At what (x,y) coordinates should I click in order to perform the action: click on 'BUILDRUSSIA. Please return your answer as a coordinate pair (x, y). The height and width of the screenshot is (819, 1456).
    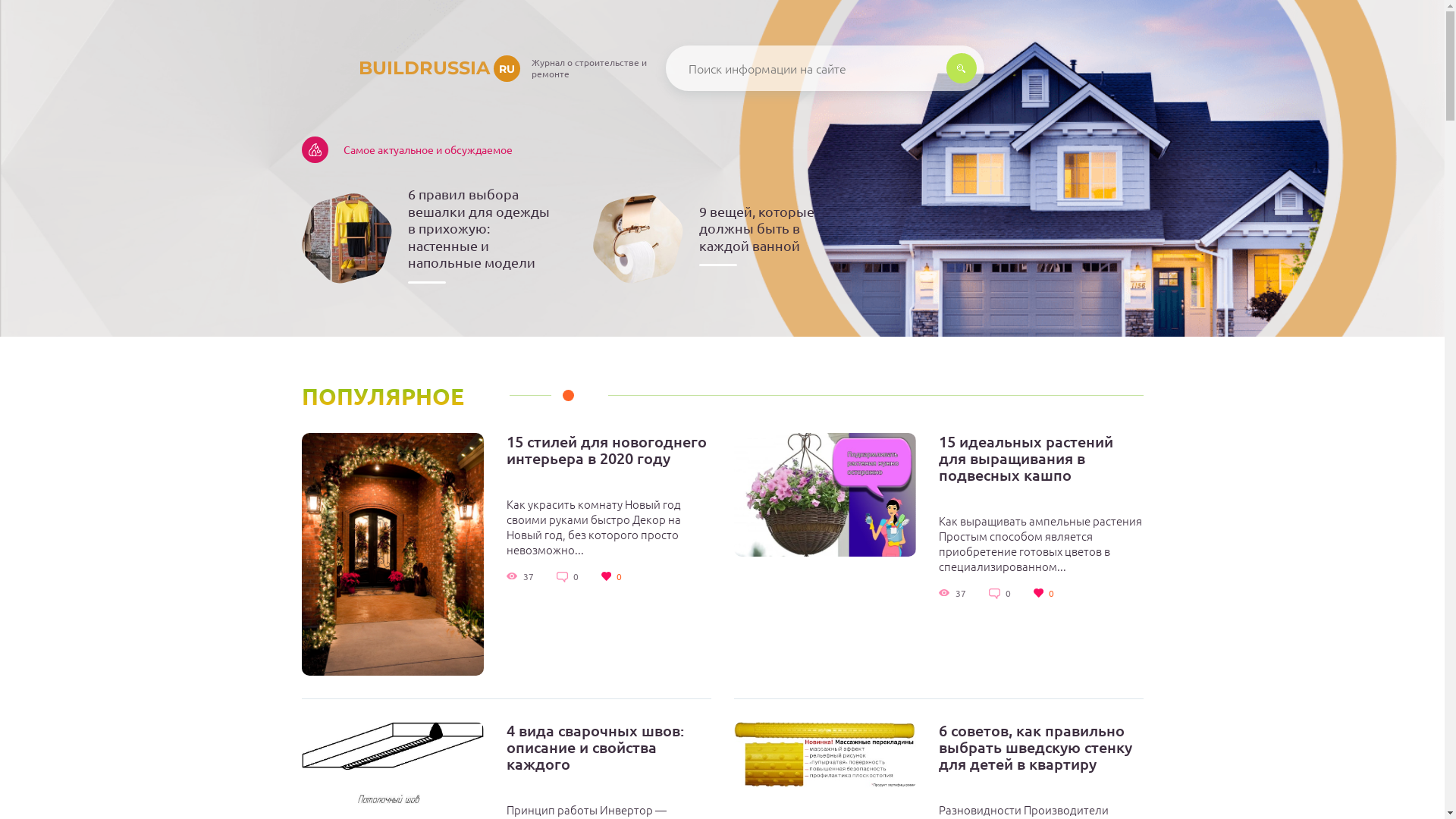
    Looking at the image, I should click on (411, 67).